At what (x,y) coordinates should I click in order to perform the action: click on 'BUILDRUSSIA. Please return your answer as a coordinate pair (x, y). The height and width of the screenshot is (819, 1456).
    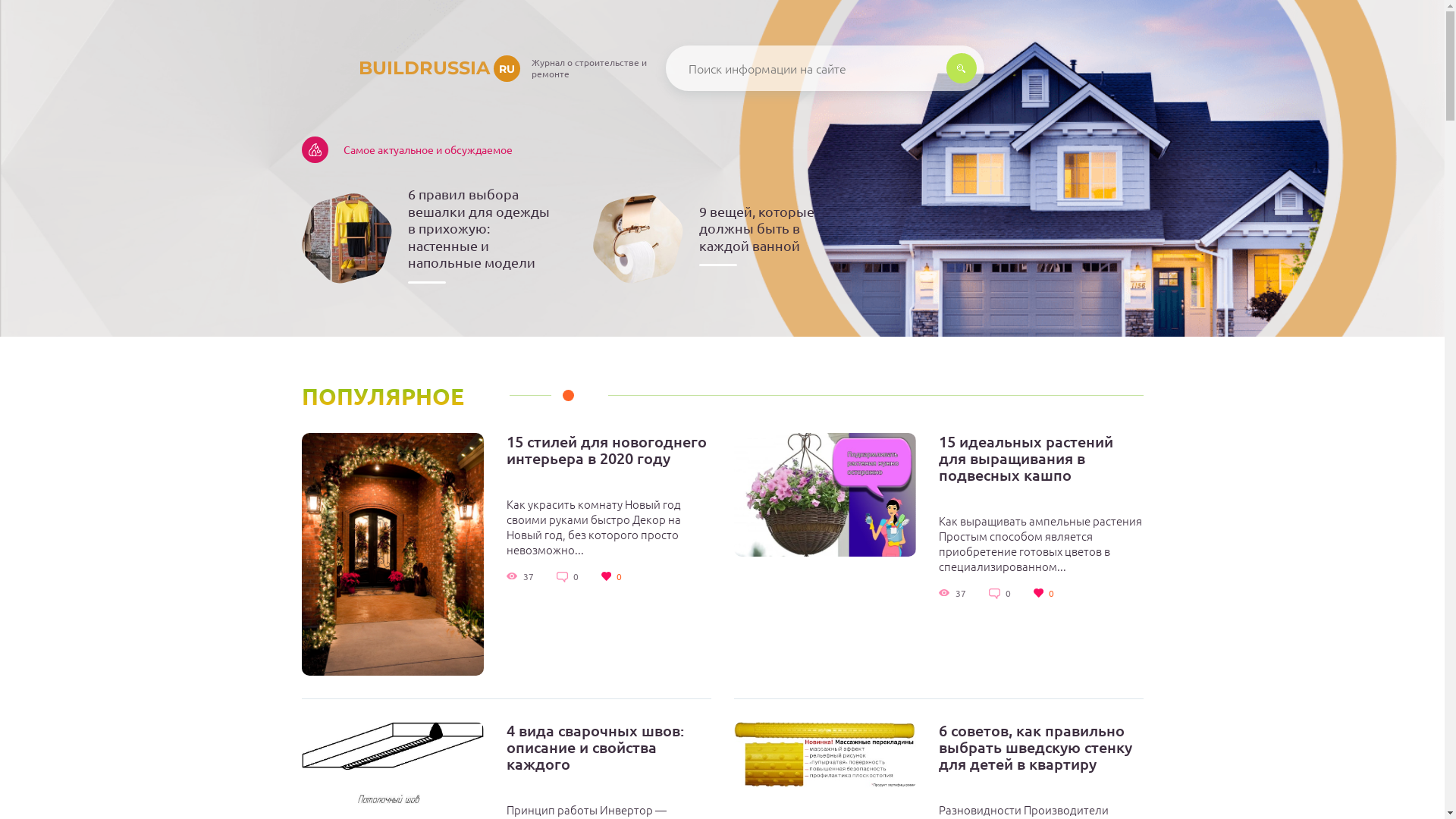
    Looking at the image, I should click on (411, 67).